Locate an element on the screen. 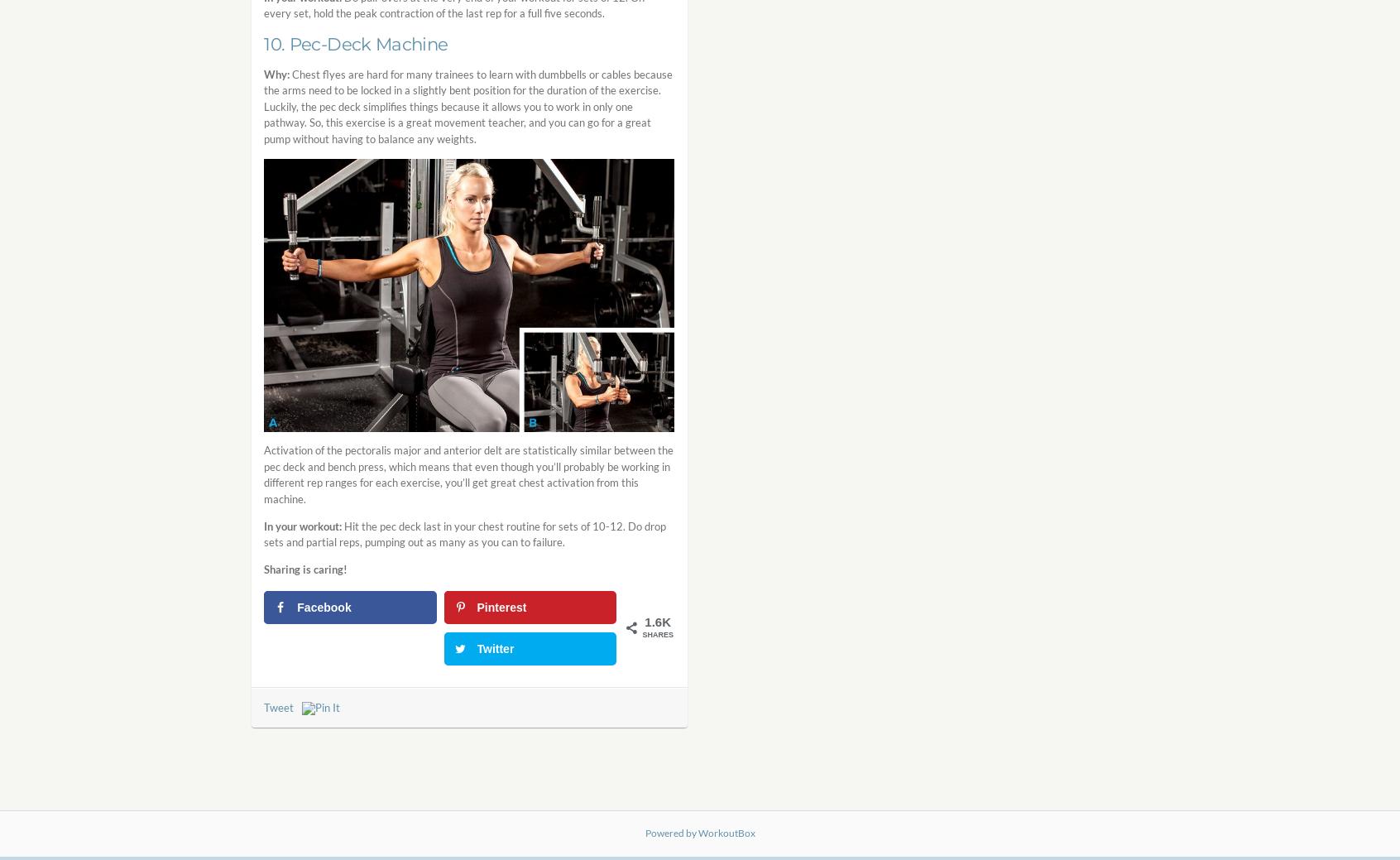  'Powered by WorkoutBox' is located at coordinates (699, 833).